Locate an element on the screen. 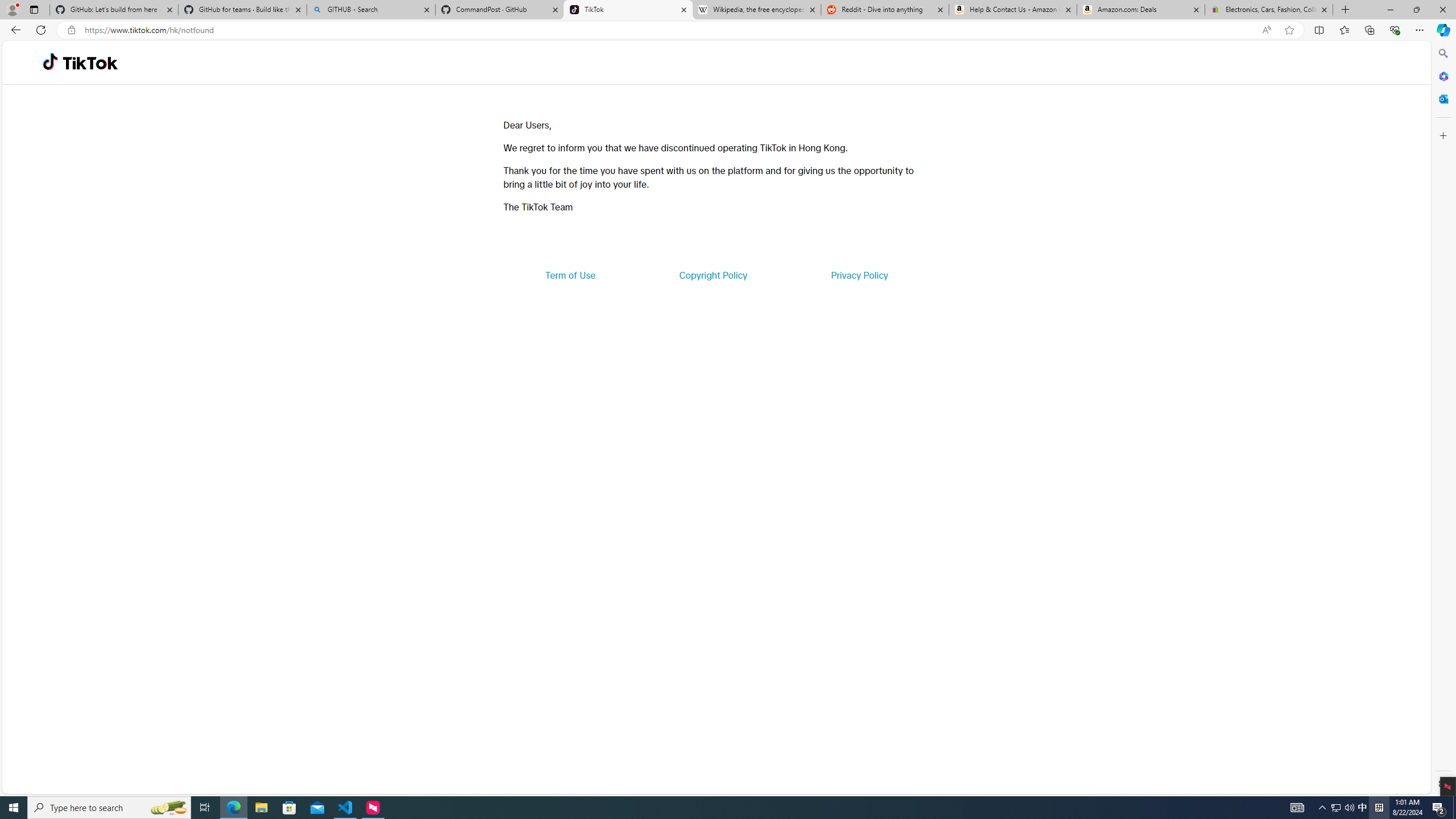  'Term of Use' is located at coordinates (570, 274).